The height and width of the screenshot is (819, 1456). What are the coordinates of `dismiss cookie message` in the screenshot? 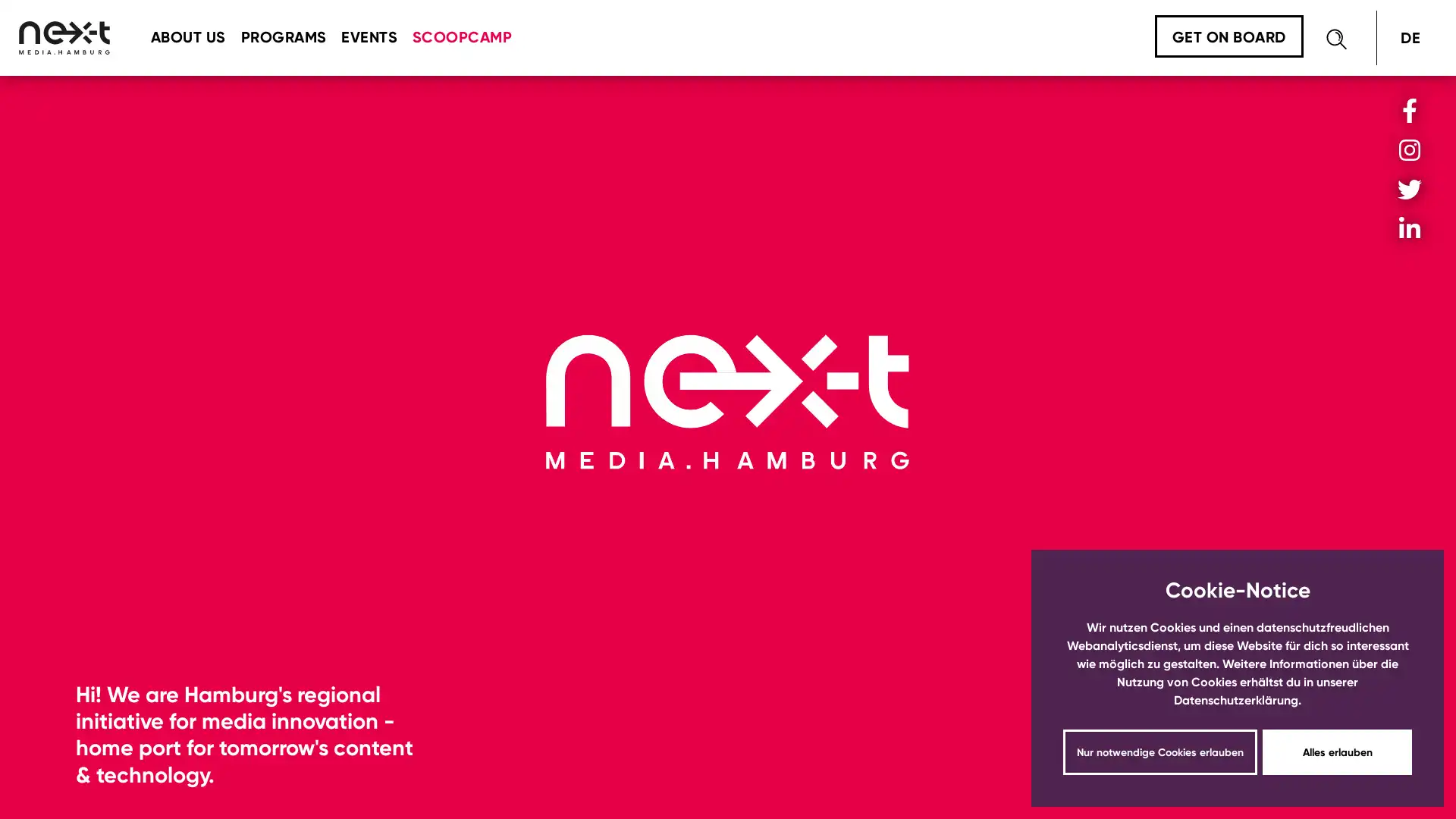 It's located at (1159, 752).